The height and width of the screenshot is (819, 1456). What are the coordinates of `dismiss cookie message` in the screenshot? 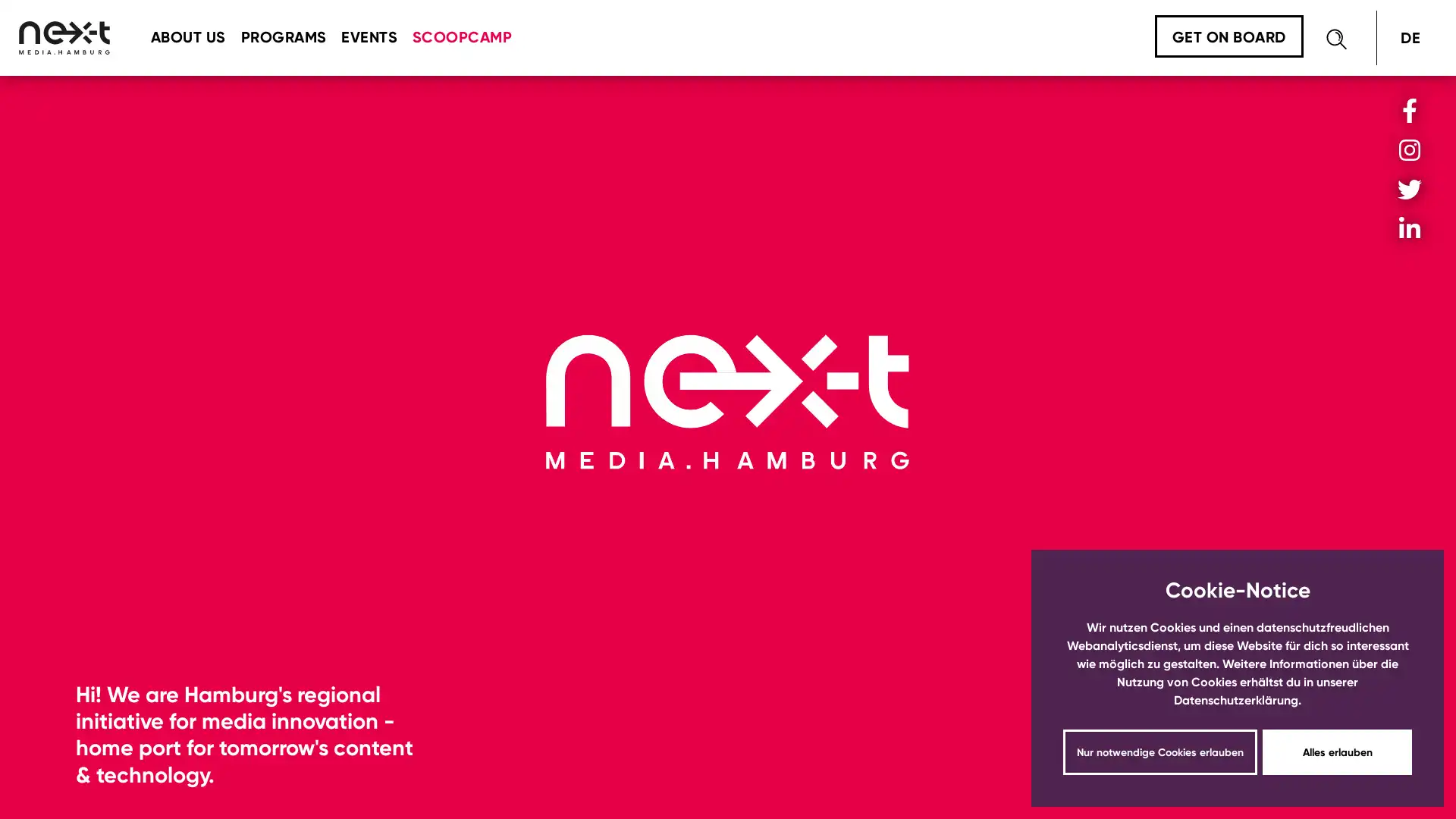 It's located at (1159, 752).